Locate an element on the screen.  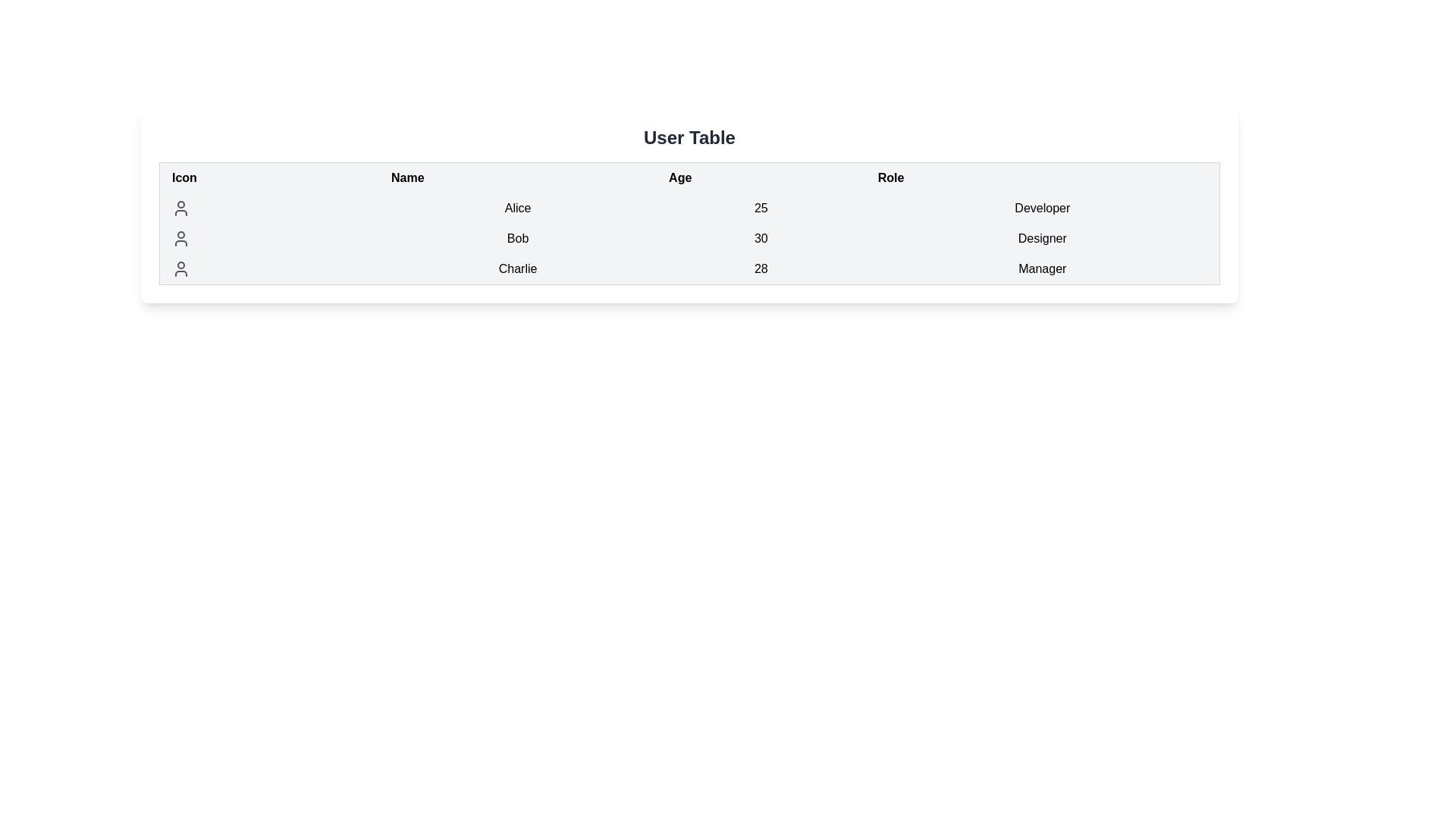
the text label displaying 'Manager' in the third row of the table under the 'Role' column, aligned with 'Charlie' and '28.' is located at coordinates (1042, 268).